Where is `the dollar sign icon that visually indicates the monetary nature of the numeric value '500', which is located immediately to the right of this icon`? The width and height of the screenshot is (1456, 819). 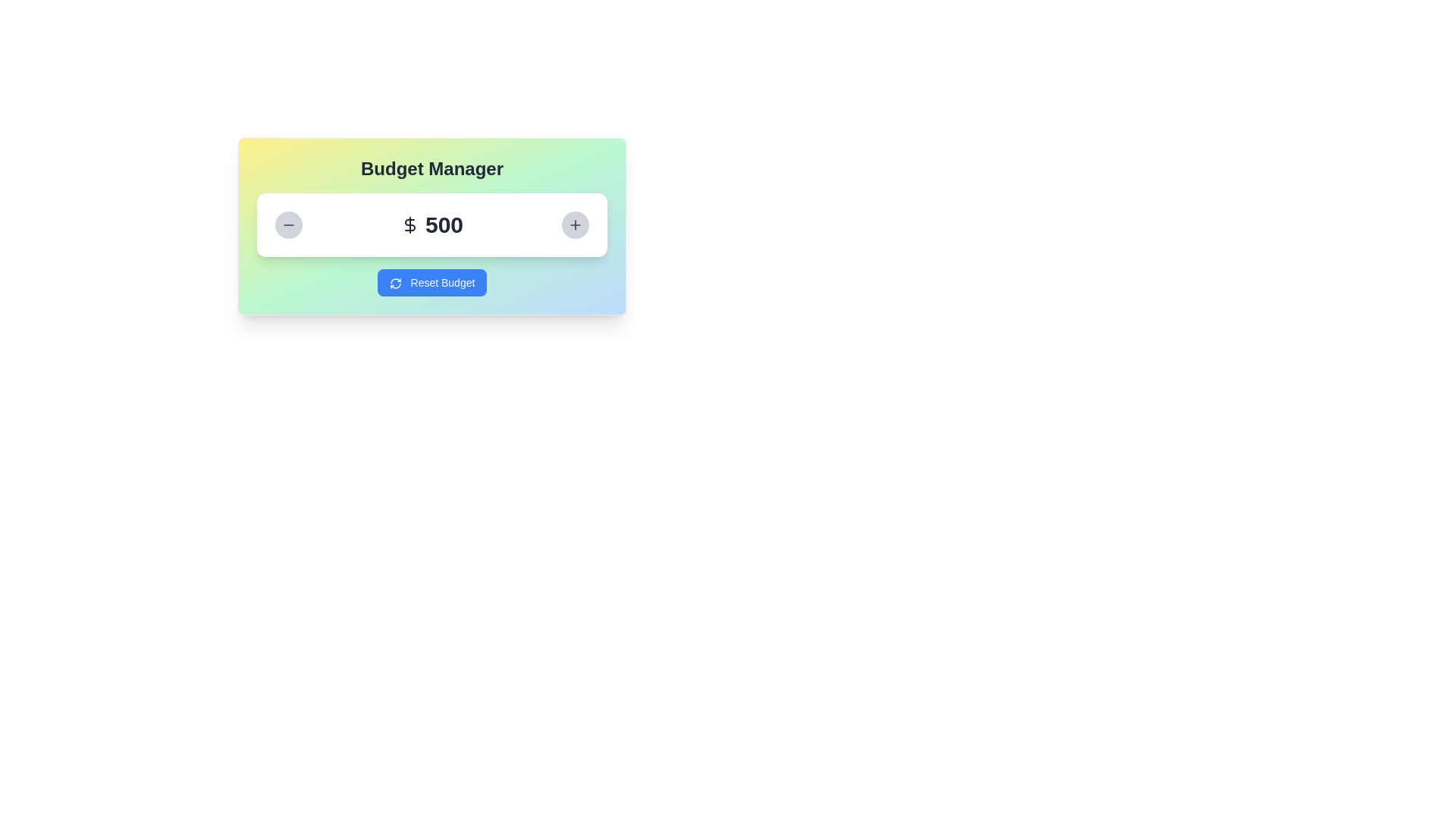 the dollar sign icon that visually indicates the monetary nature of the numeric value '500', which is located immediately to the right of this icon is located at coordinates (410, 225).